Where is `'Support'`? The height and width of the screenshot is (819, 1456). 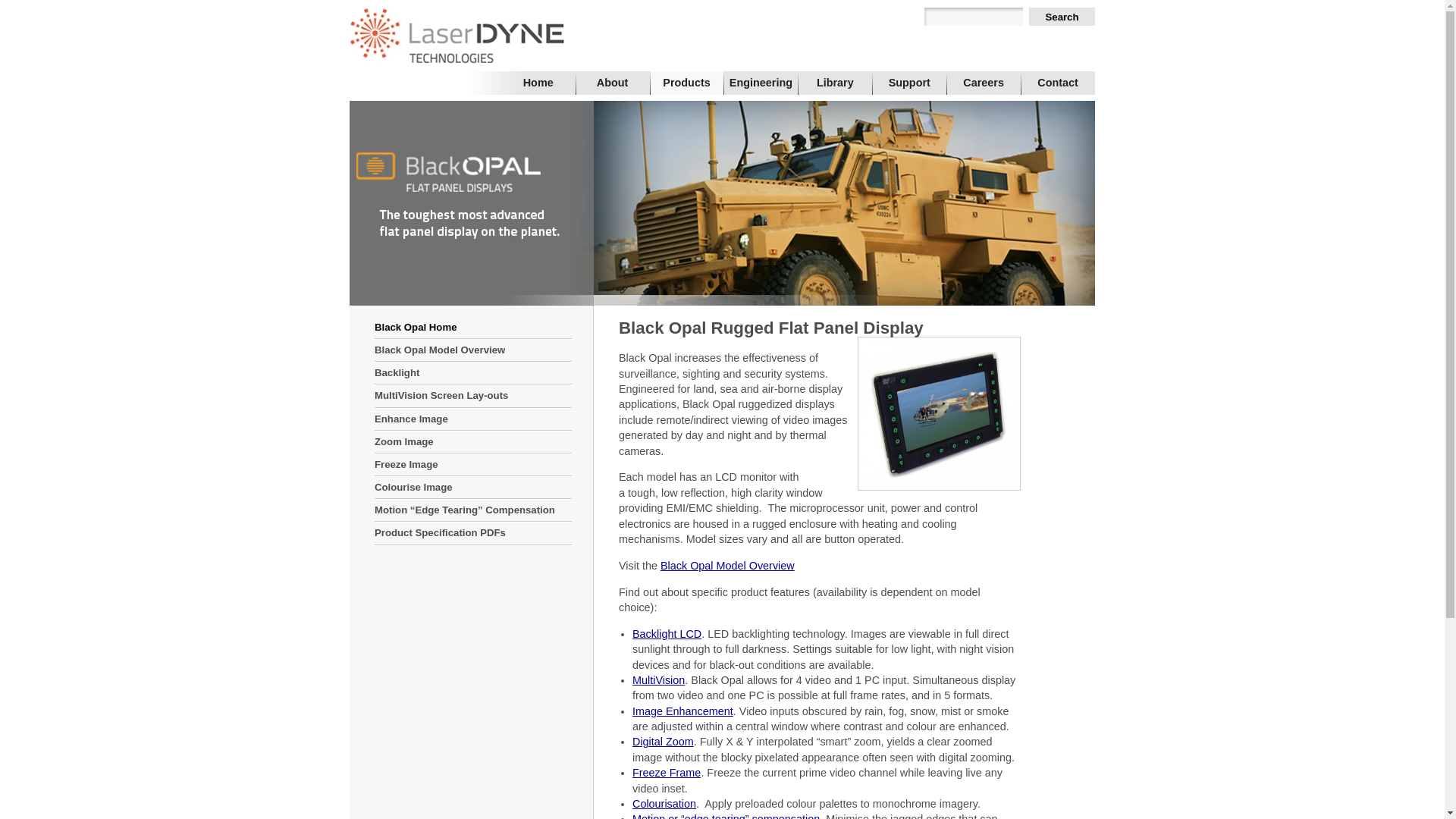
'Support' is located at coordinates (909, 83).